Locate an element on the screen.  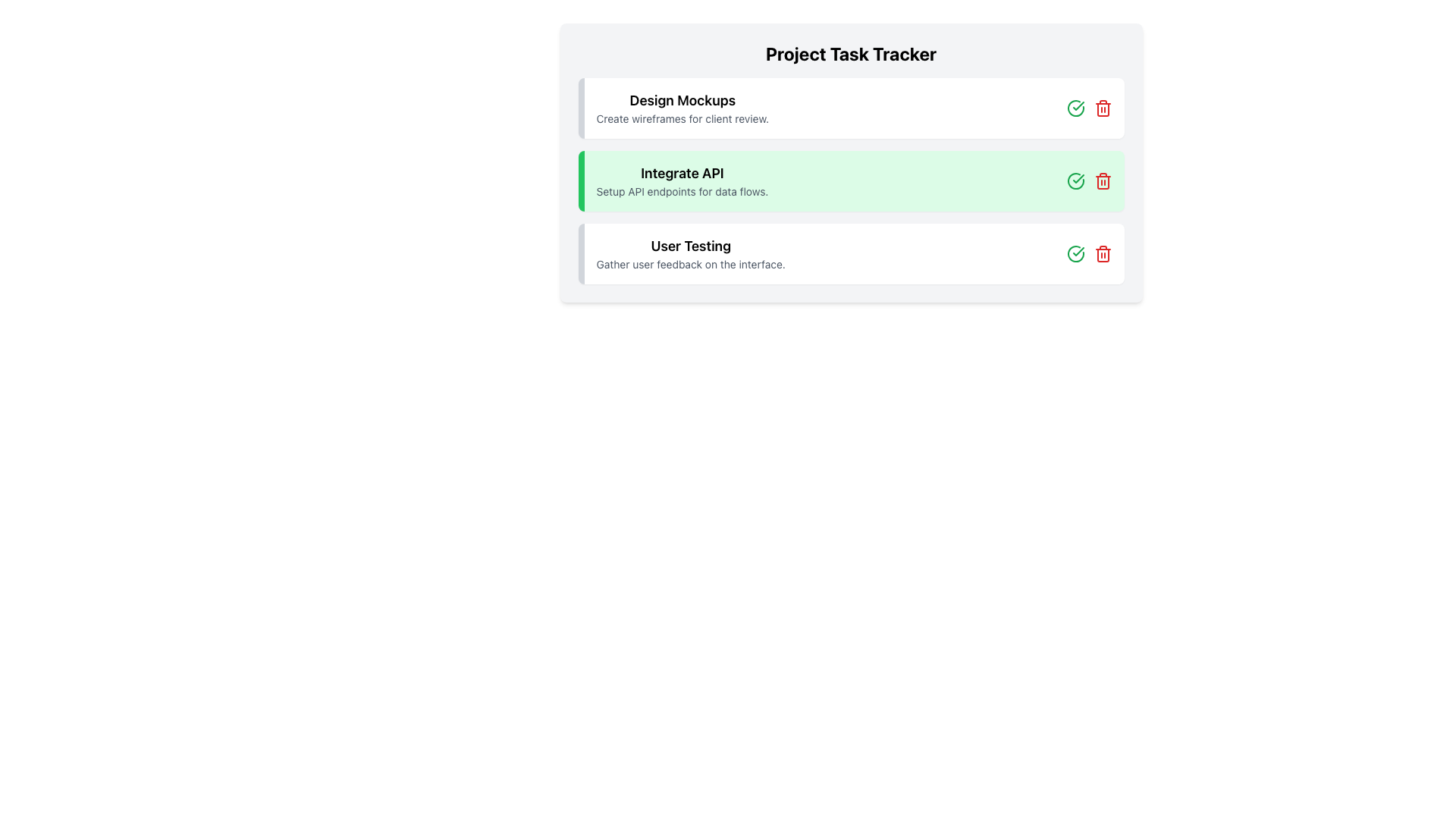
the delete button located to the right of the second task item 'Integrate API' in the task list is located at coordinates (1103, 253).